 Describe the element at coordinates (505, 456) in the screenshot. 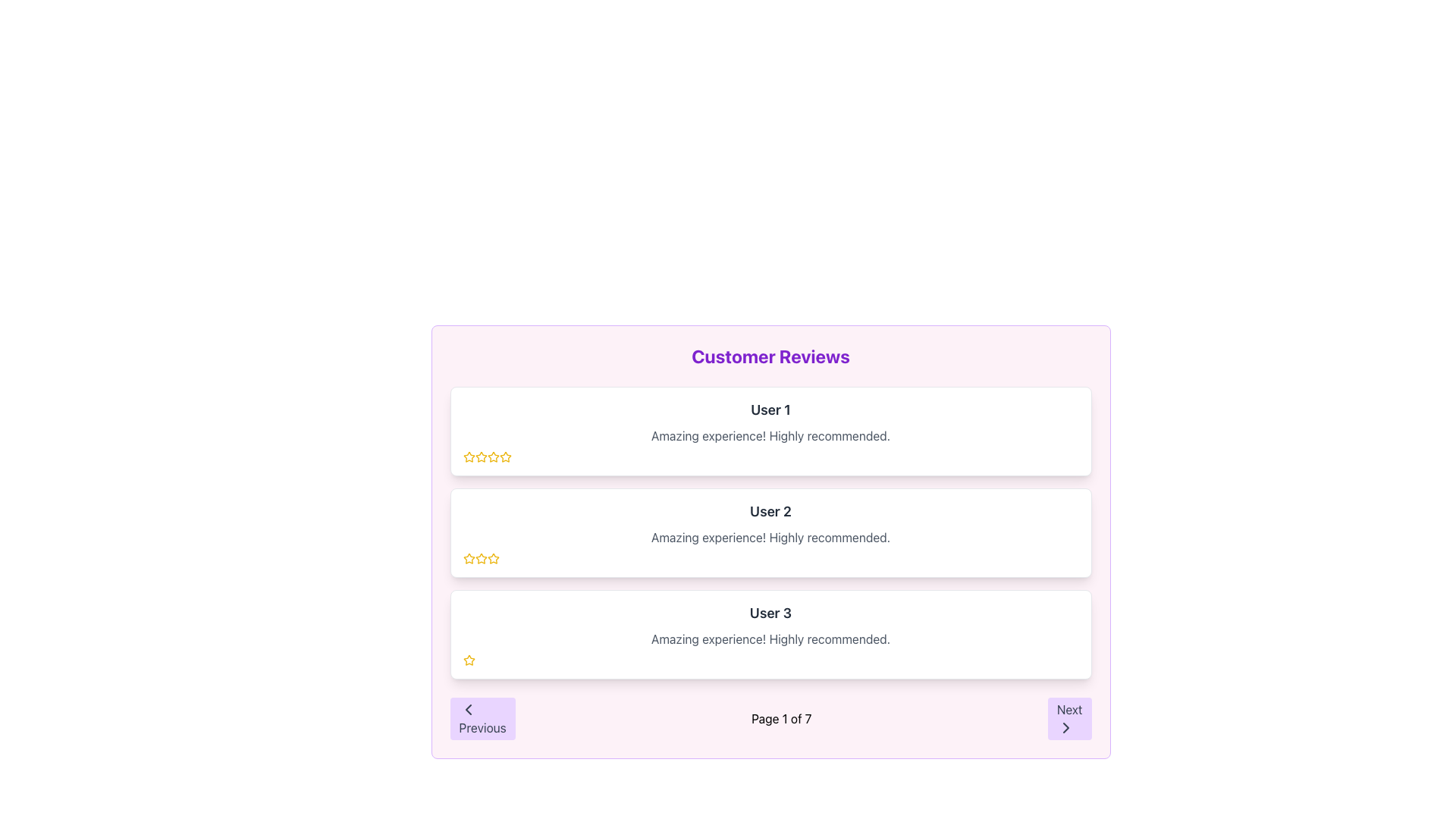

I see `the first star icon representing the rating in the 'User 1' review block to visually indicate the rating value` at that location.